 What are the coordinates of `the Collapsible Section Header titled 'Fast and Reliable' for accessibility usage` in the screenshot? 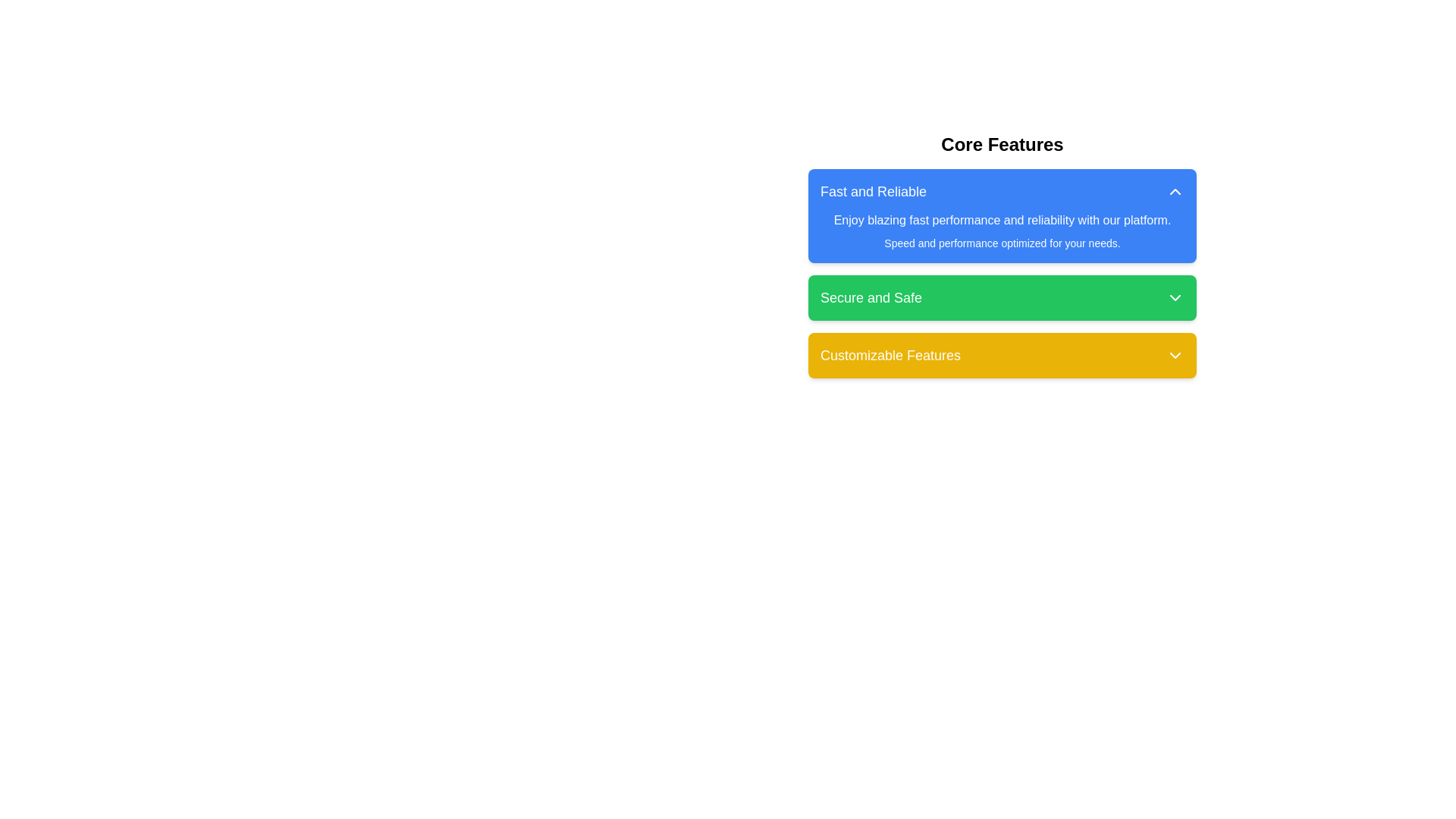 It's located at (1002, 216).